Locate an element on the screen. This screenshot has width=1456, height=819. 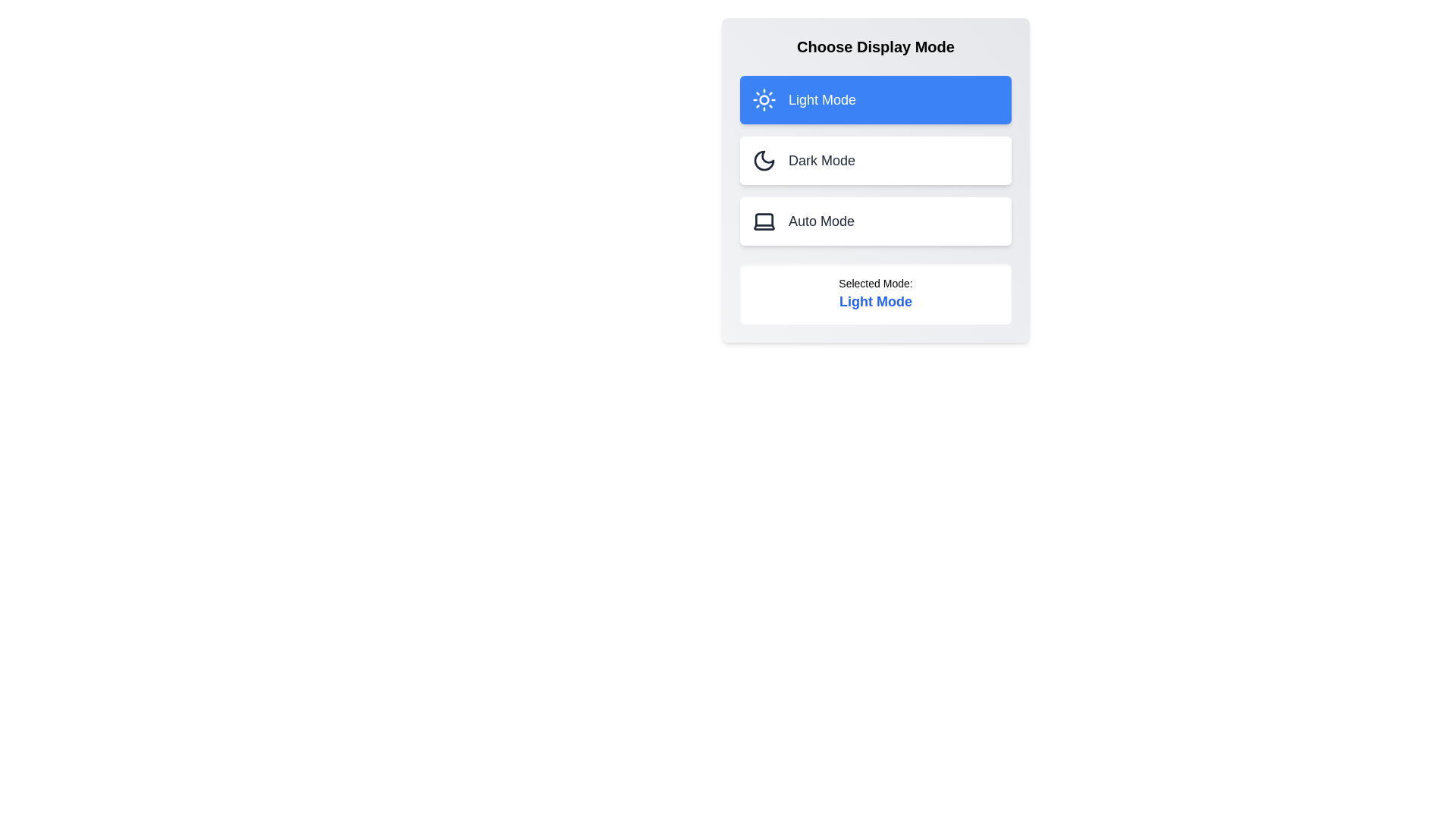
the button corresponding to Light Mode is located at coordinates (876, 99).